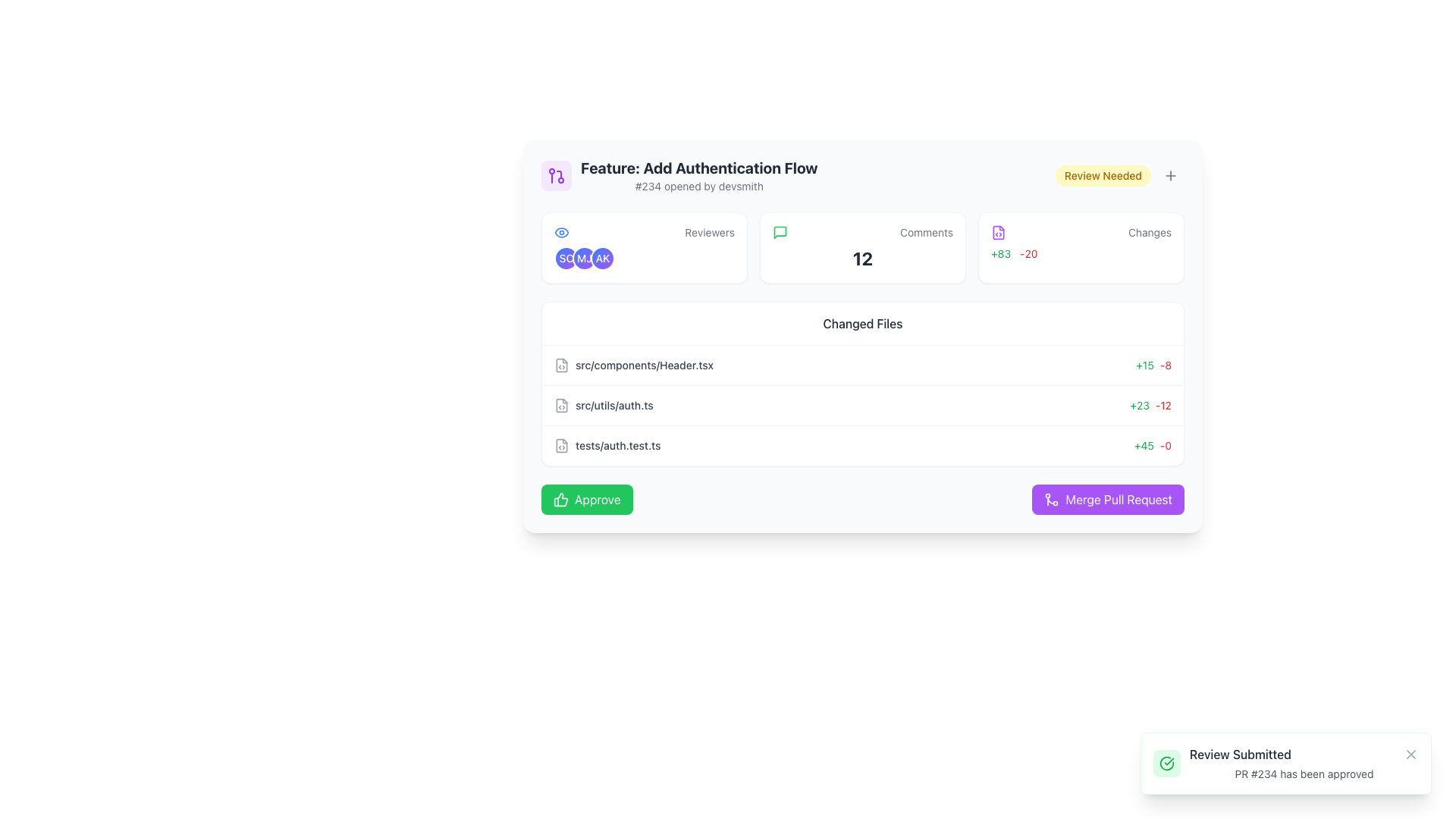 This screenshot has width=1456, height=819. Describe the element at coordinates (862, 444) in the screenshot. I see `the metrics of the third item in the 'Changed Files' list` at that location.